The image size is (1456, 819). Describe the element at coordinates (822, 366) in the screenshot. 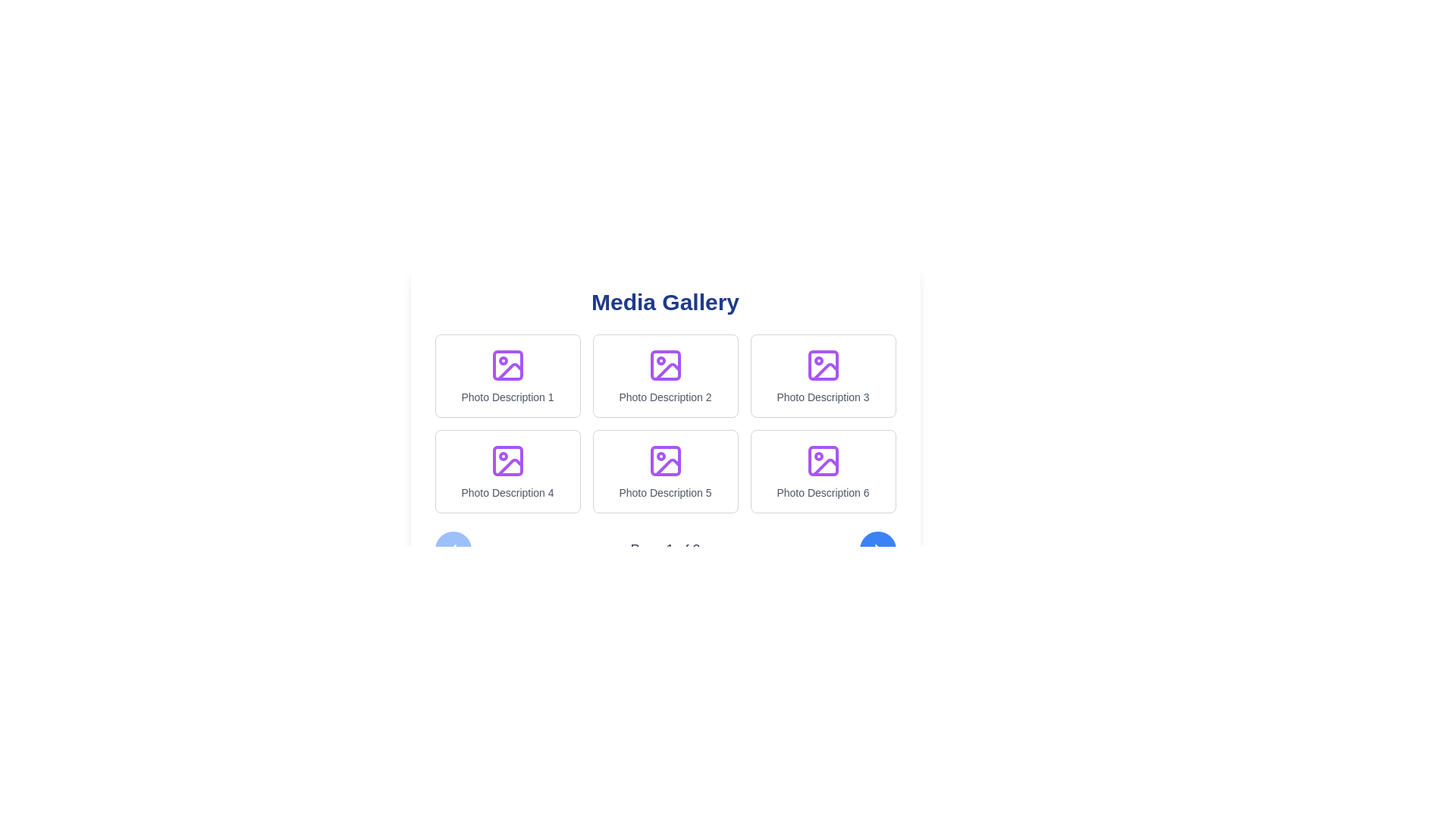

I see `the SVG icon representing an image placeholder located inside the card labeled 'Photo Description 3' in the third position of a 2-row, 3-column grid layout` at that location.